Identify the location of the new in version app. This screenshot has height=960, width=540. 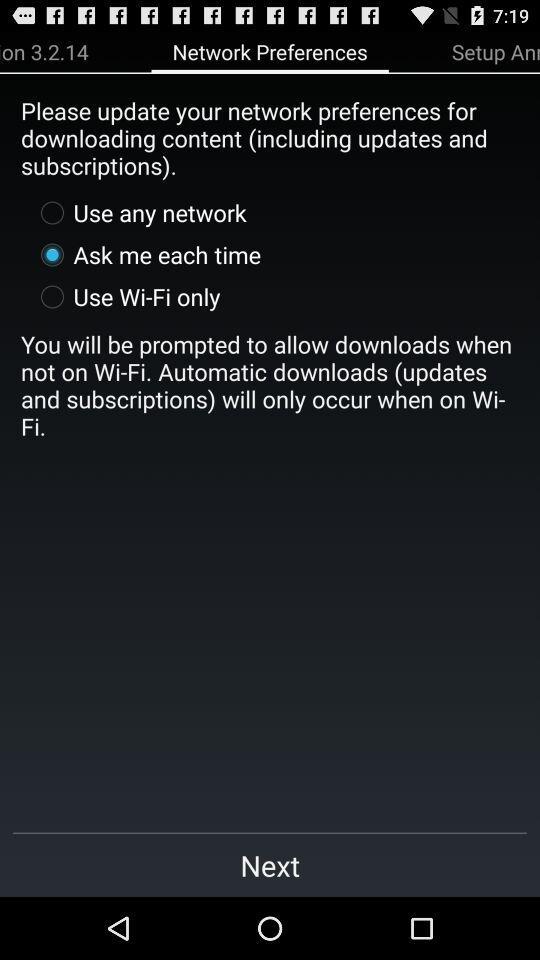
(44, 50).